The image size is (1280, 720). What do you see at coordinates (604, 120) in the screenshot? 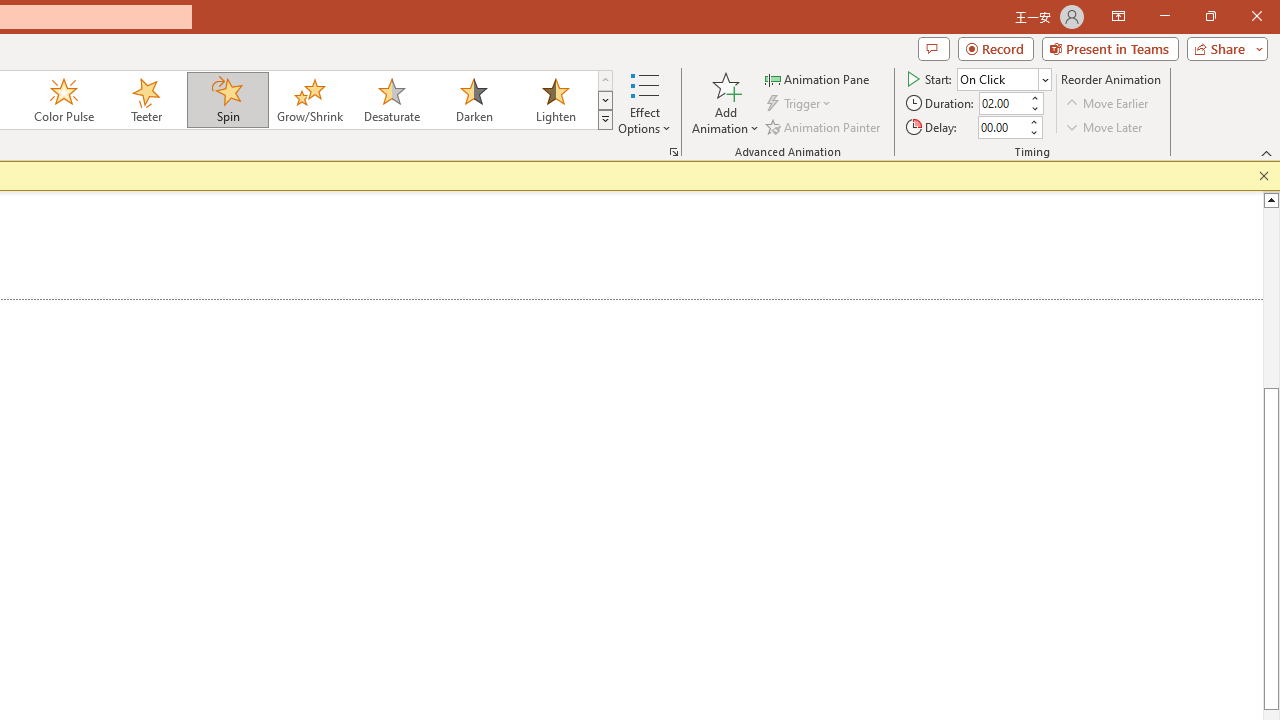
I see `'Animation Styles'` at bounding box center [604, 120].